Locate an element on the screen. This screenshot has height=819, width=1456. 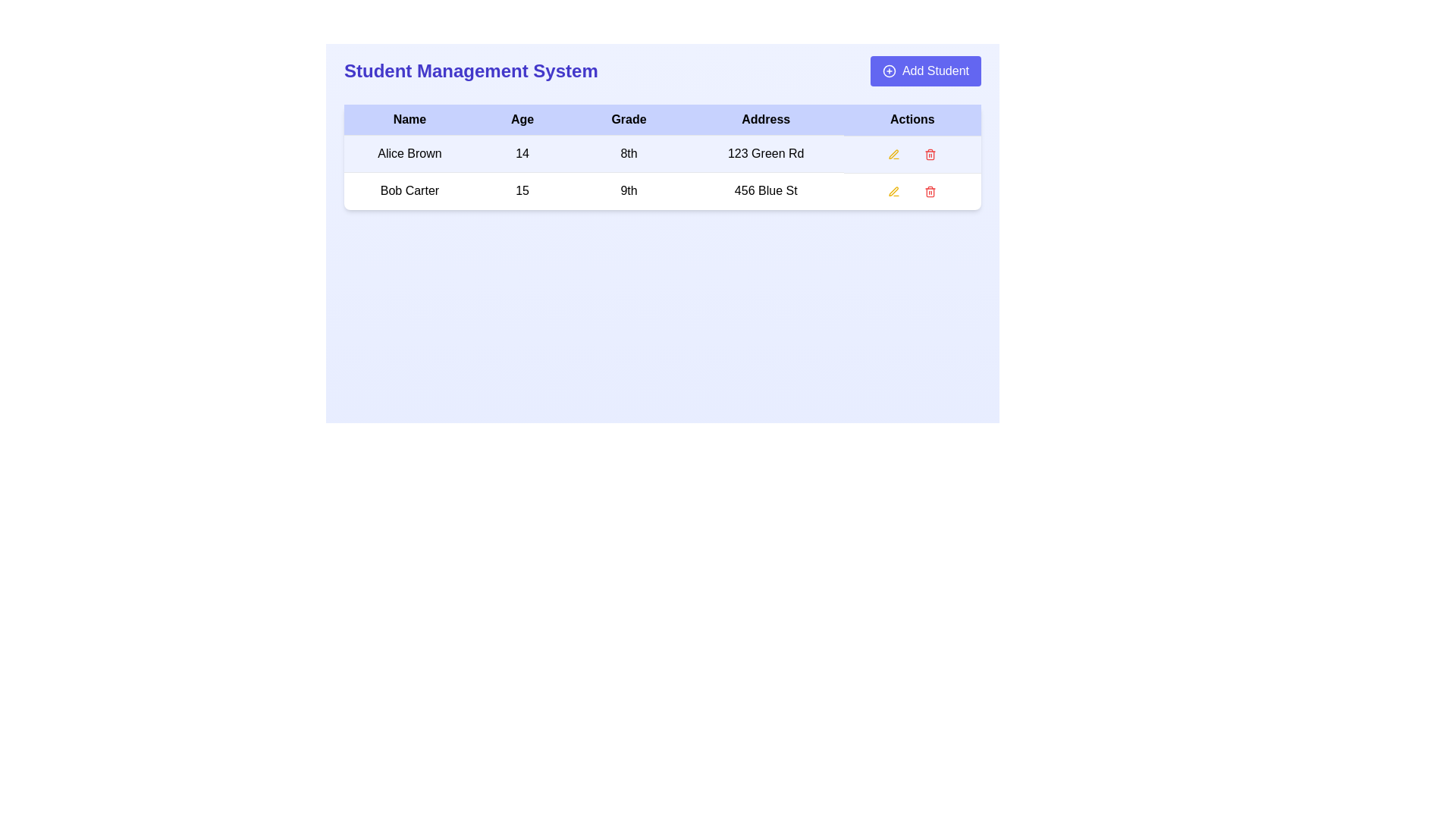
the Text element displaying '456 Blue St' located in the second row of the table under the 'Address' column is located at coordinates (766, 190).